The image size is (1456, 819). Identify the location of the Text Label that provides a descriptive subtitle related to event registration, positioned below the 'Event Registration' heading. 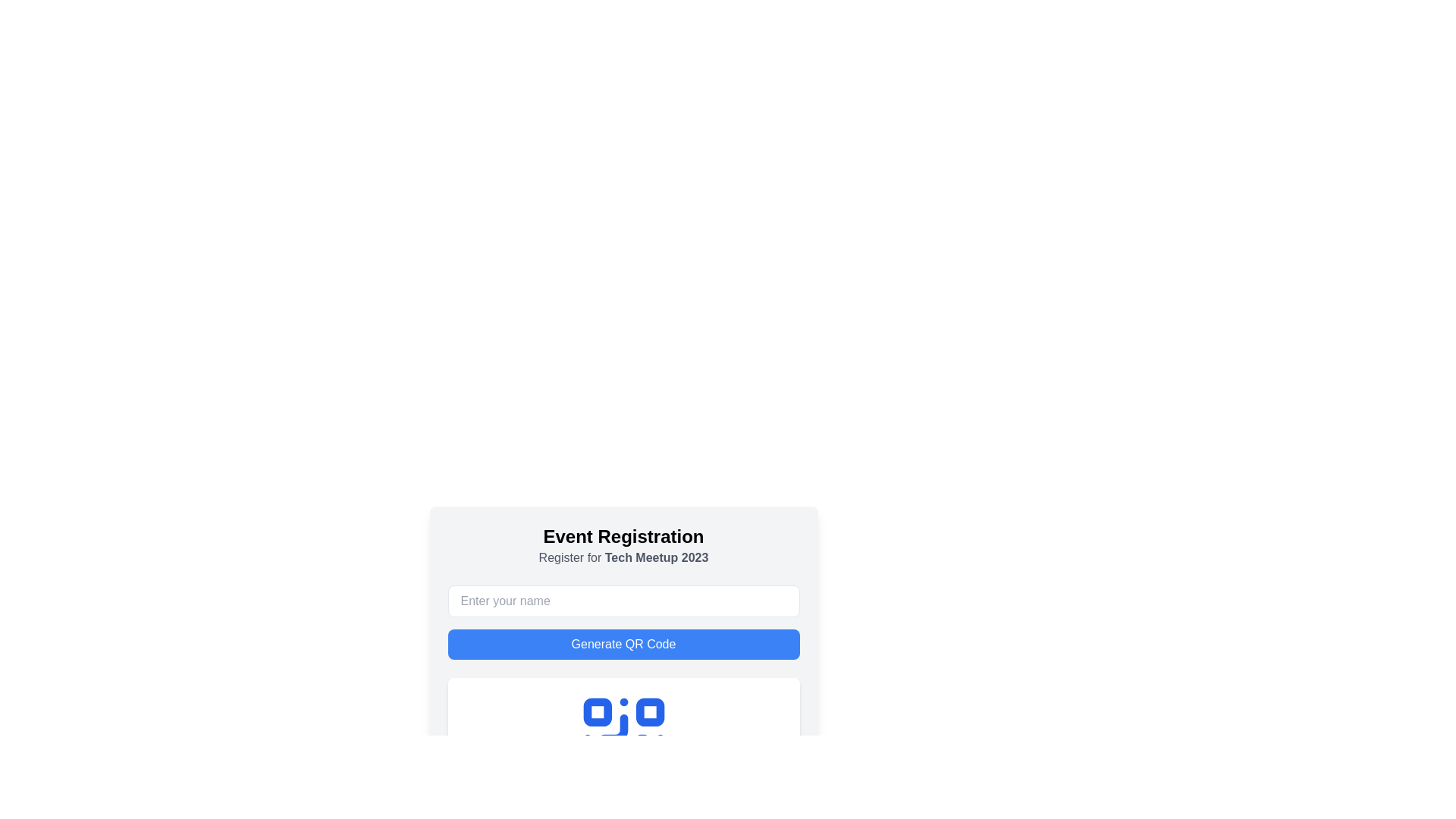
(623, 558).